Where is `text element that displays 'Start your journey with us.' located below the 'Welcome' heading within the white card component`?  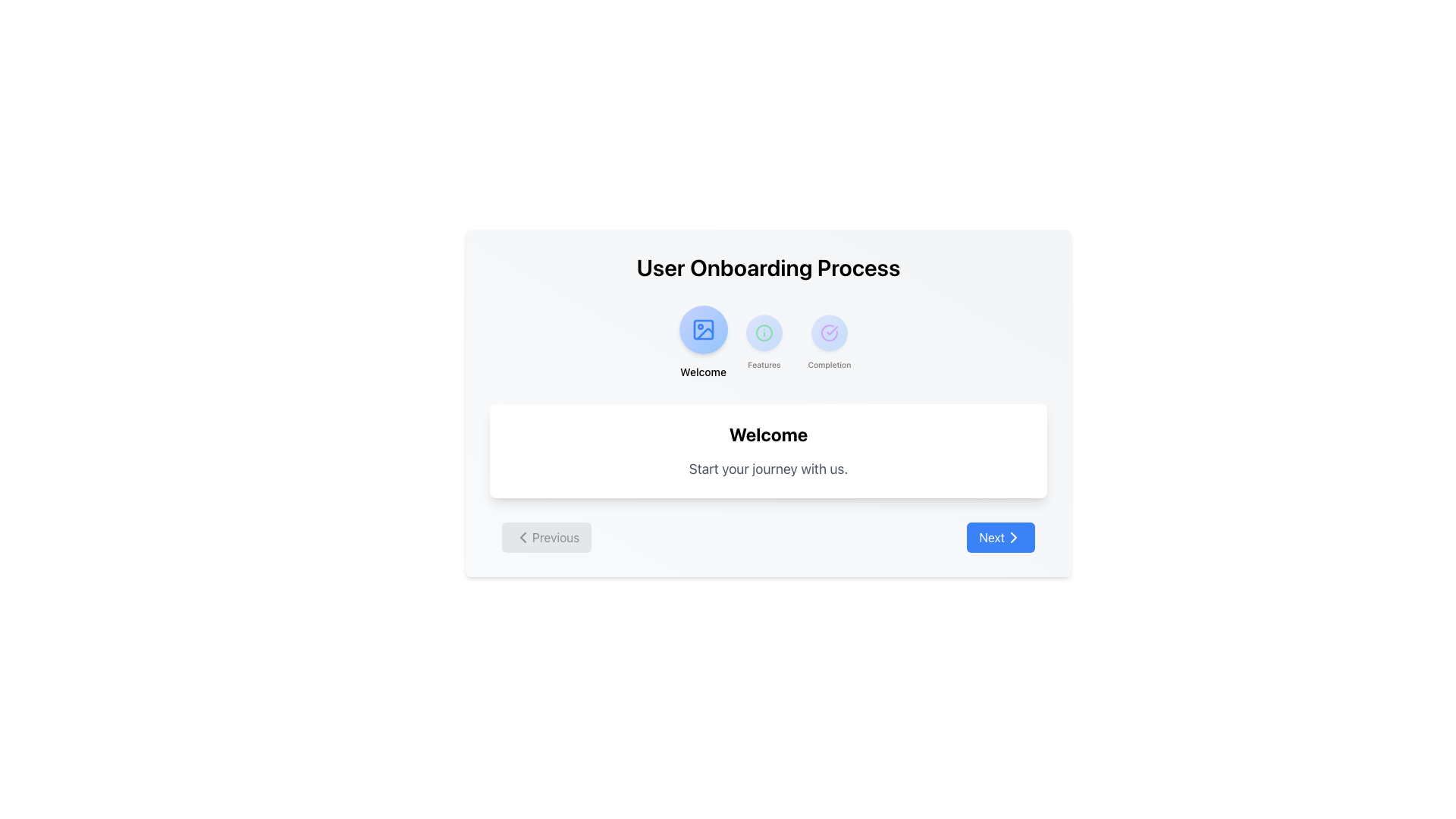
text element that displays 'Start your journey with us.' located below the 'Welcome' heading within the white card component is located at coordinates (768, 468).